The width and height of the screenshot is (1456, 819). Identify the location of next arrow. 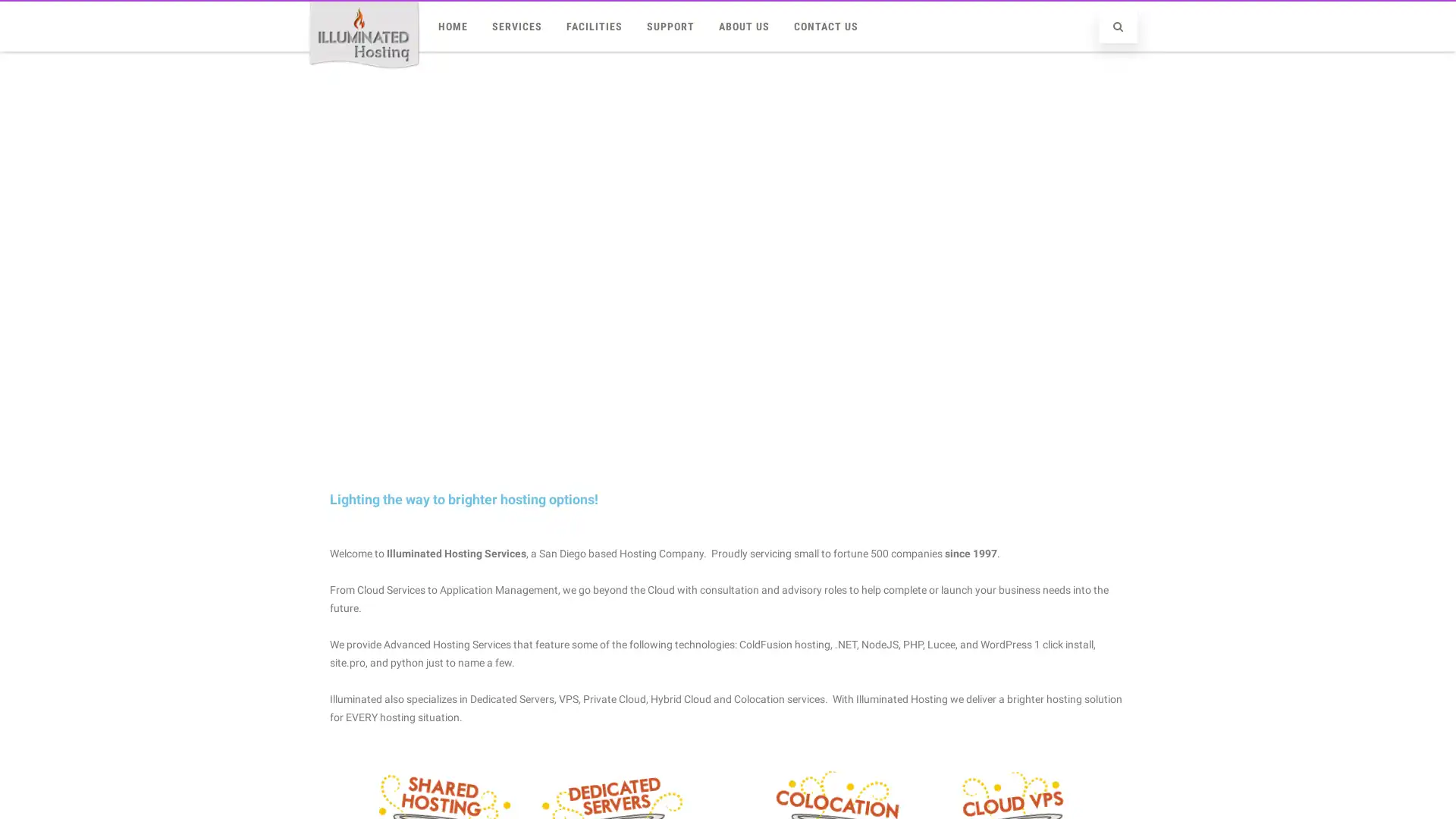
(1432, 278).